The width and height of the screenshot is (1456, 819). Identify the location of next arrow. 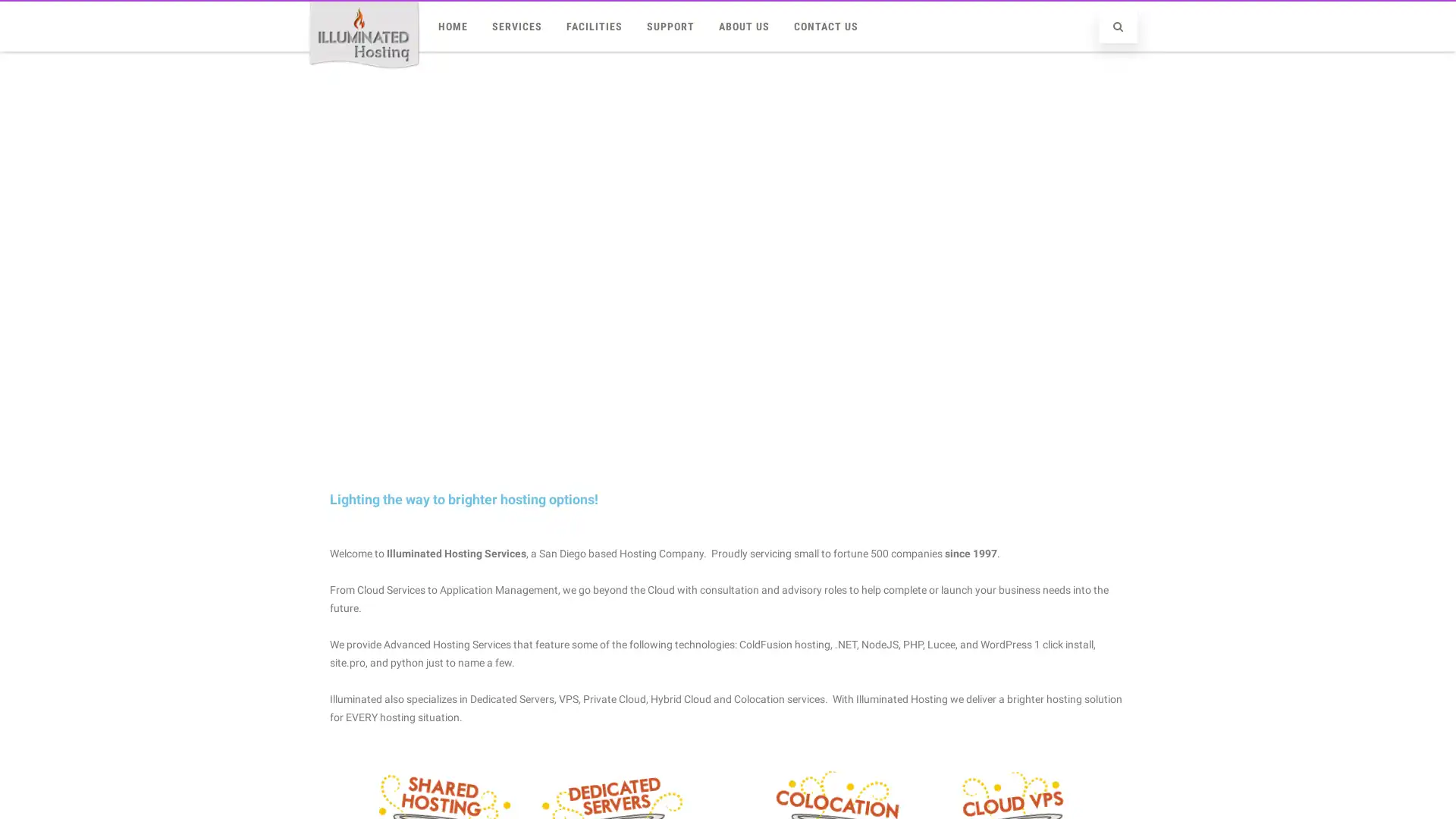
(1432, 278).